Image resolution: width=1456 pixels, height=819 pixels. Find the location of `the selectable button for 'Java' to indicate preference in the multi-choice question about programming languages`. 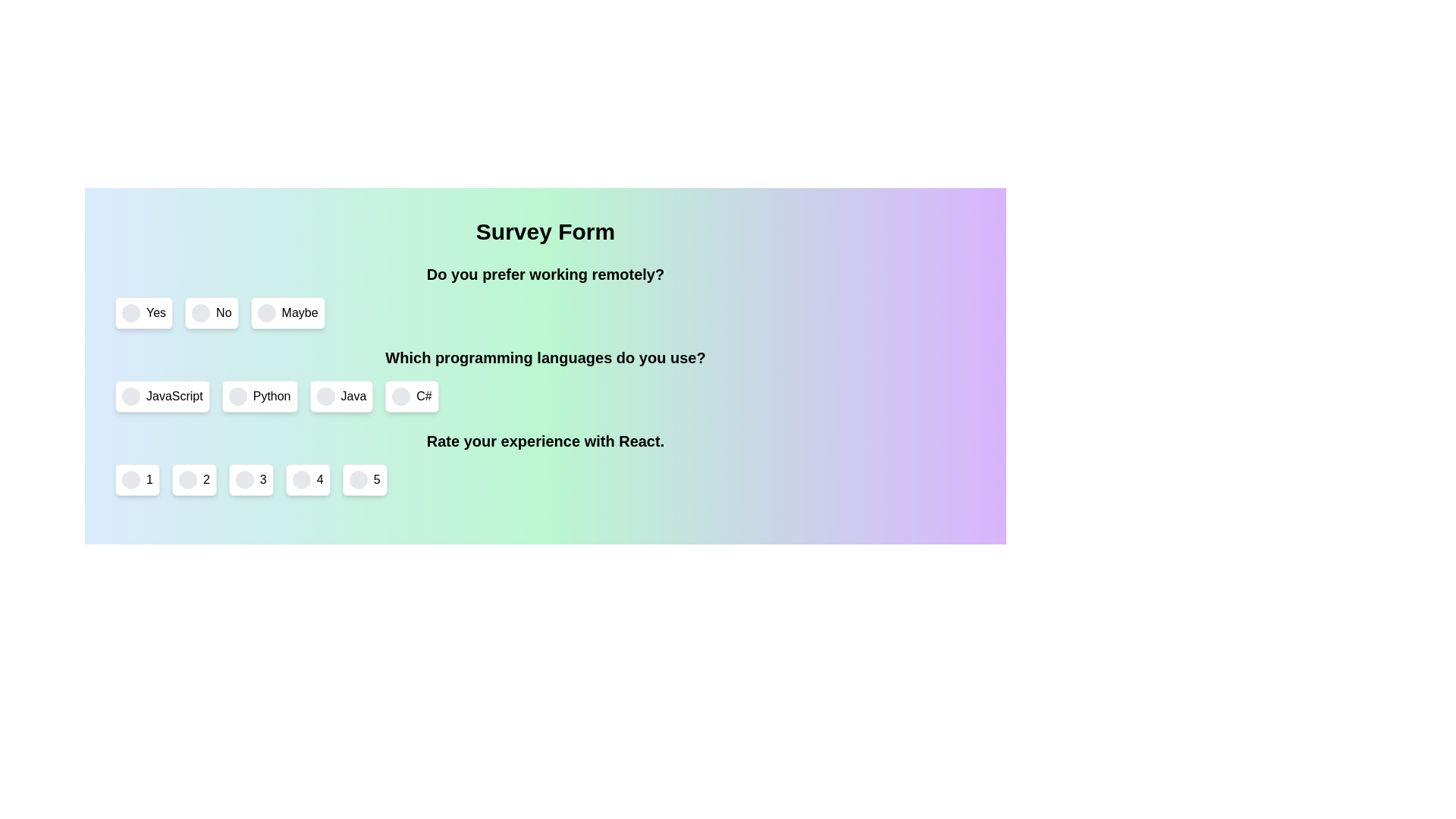

the selectable button for 'Java' to indicate preference in the multi-choice question about programming languages is located at coordinates (340, 396).